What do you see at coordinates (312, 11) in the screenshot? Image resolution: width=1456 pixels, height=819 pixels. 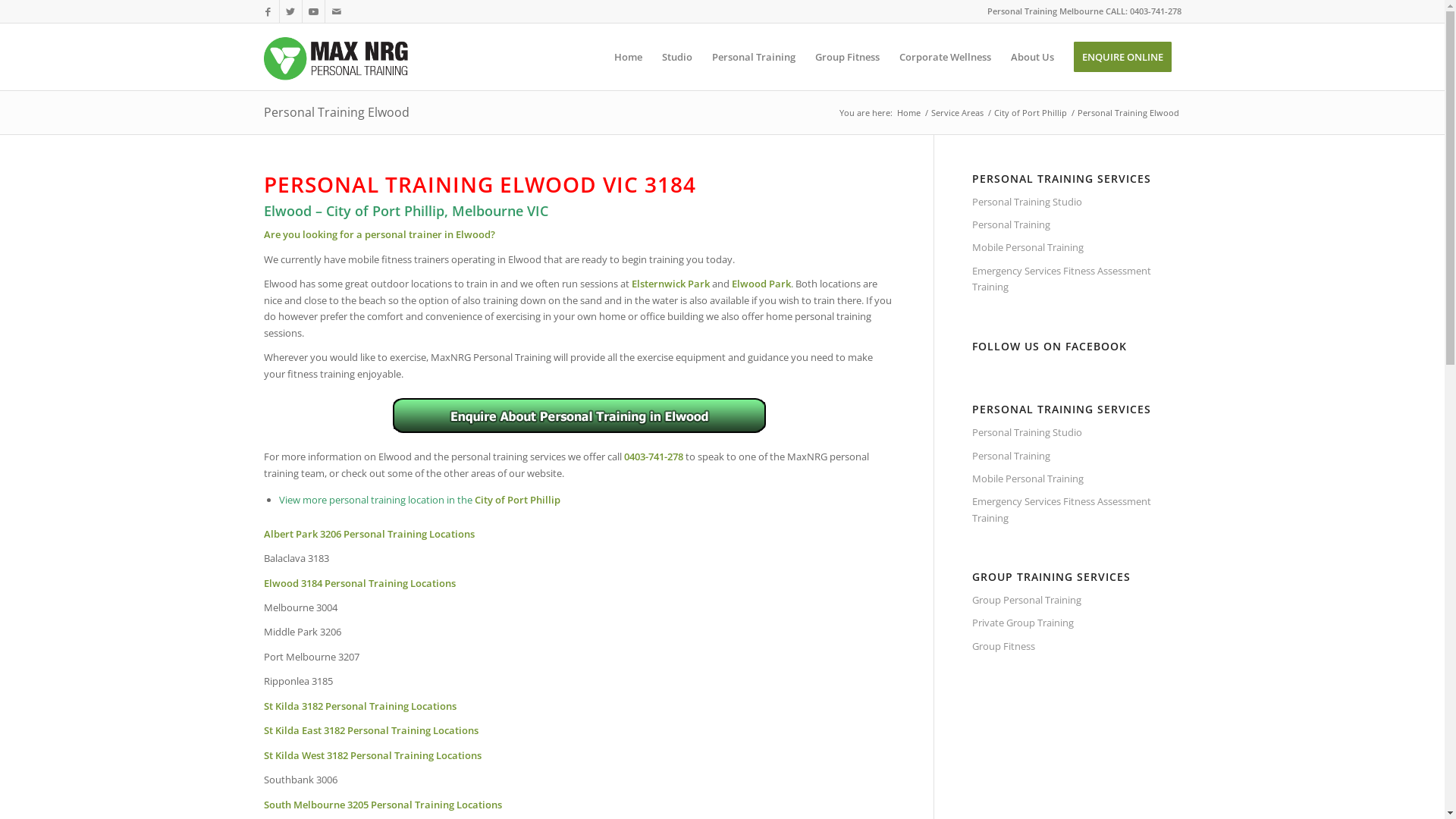 I see `'Youtube'` at bounding box center [312, 11].